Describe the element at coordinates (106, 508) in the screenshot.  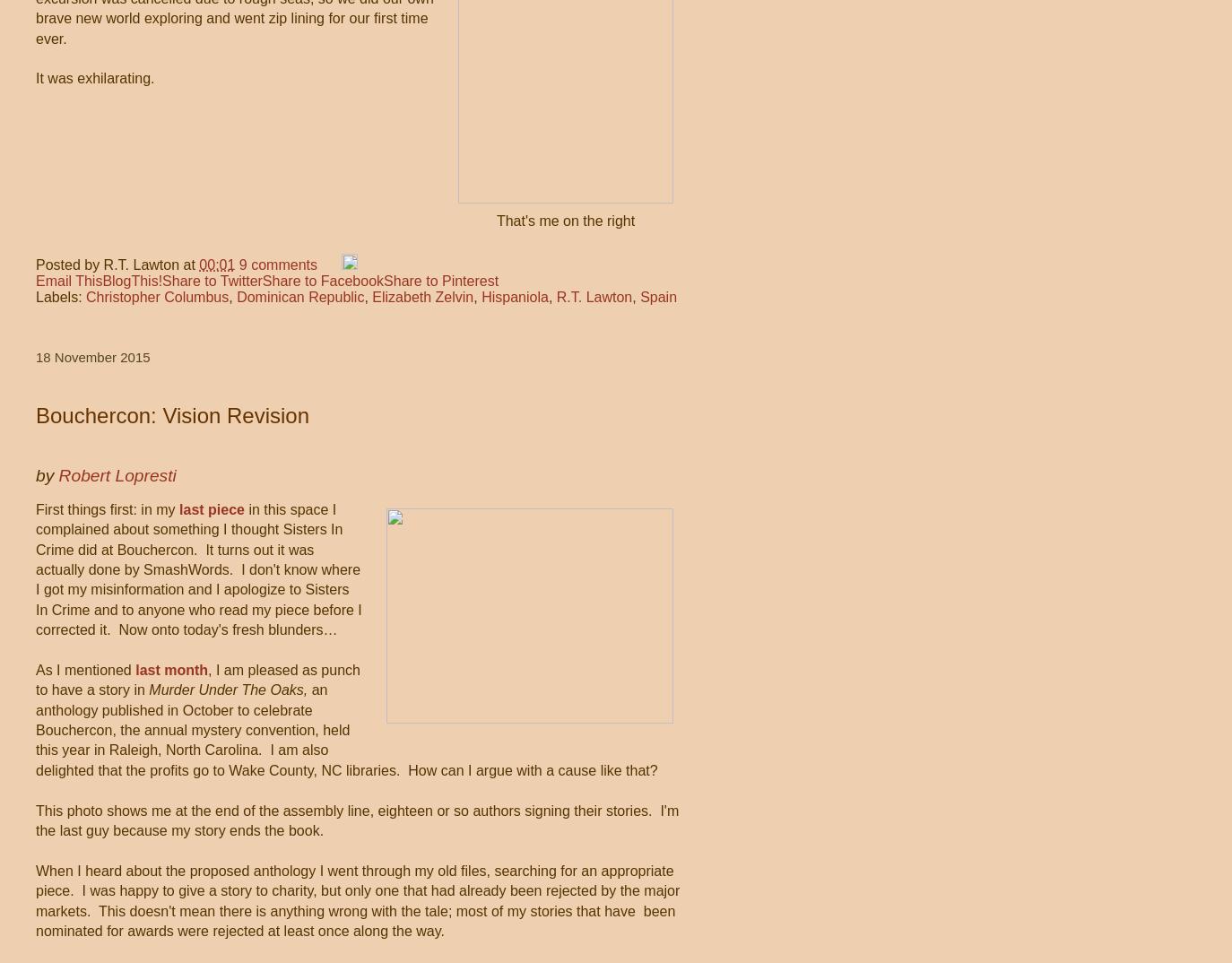
I see `'First things first: in my'` at that location.